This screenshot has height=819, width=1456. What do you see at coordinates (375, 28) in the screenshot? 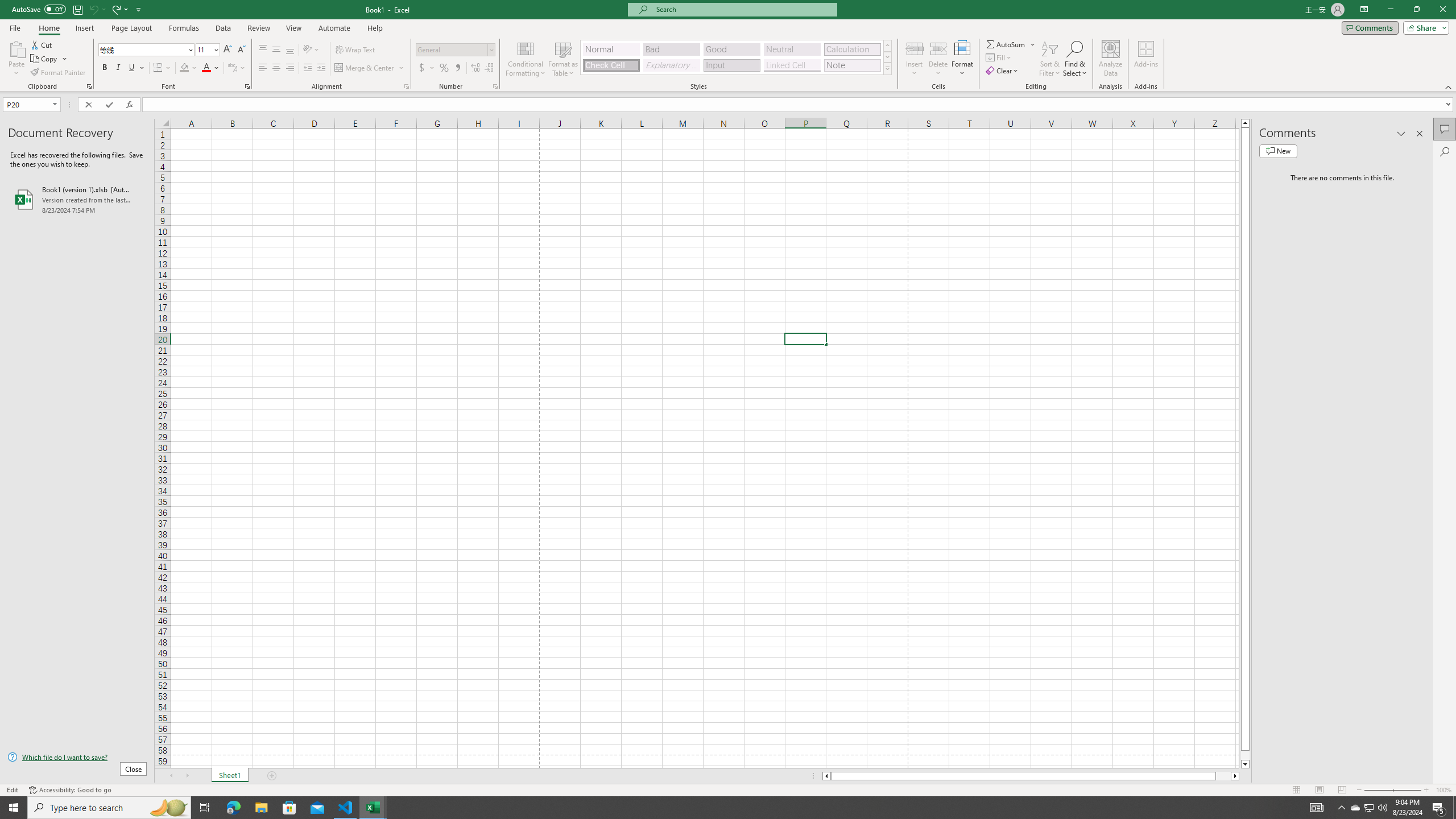
I see `'Help'` at bounding box center [375, 28].